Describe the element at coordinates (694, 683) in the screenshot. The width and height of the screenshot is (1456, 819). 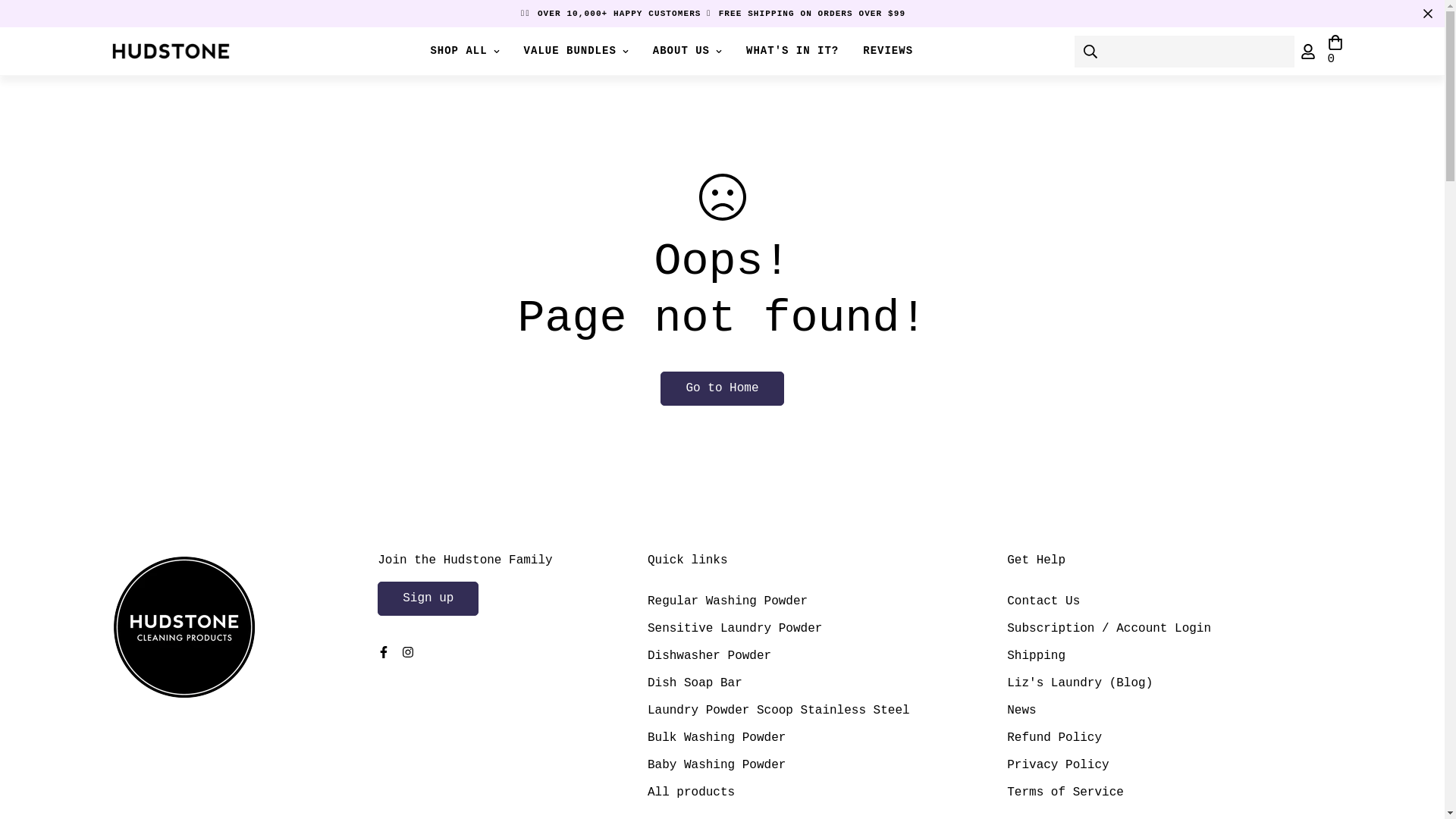
I see `'Dish Soap Bar'` at that location.